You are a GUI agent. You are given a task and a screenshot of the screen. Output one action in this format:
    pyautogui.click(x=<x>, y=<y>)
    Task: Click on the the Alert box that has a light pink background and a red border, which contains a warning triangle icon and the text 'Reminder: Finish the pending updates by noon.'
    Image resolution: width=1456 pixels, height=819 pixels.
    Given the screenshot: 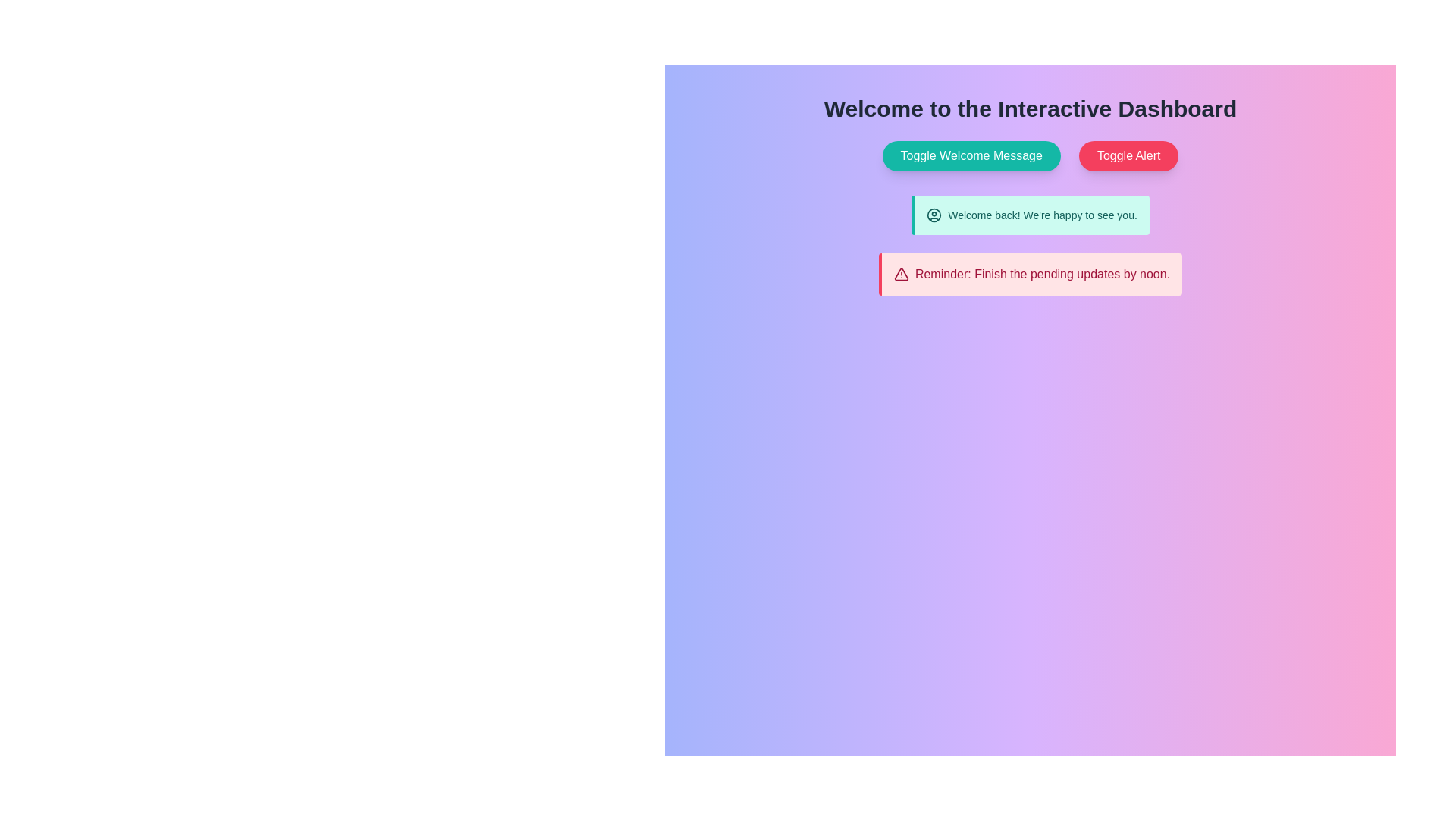 What is the action you would take?
    pyautogui.click(x=1030, y=275)
    